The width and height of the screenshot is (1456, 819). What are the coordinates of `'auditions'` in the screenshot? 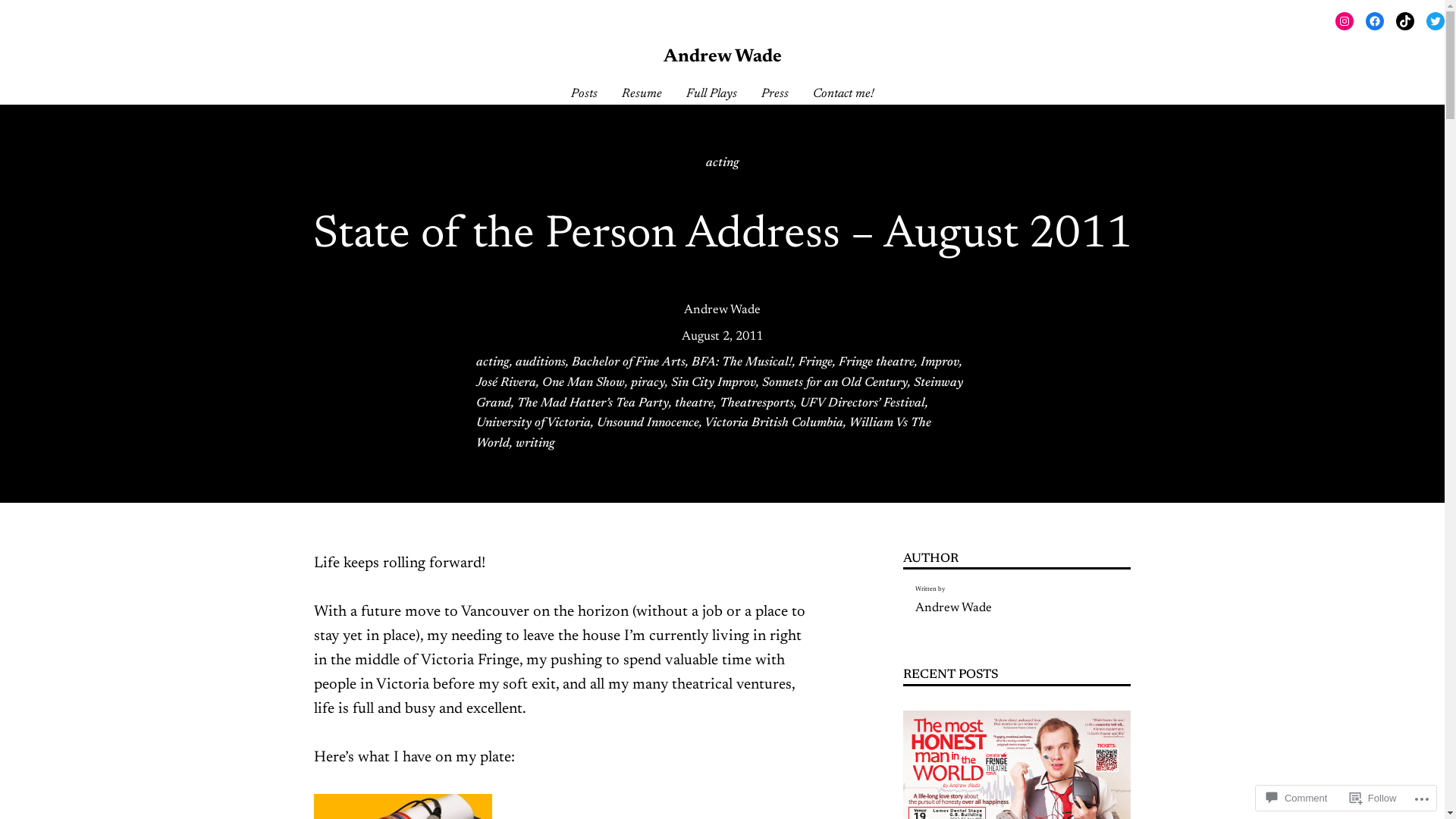 It's located at (541, 362).